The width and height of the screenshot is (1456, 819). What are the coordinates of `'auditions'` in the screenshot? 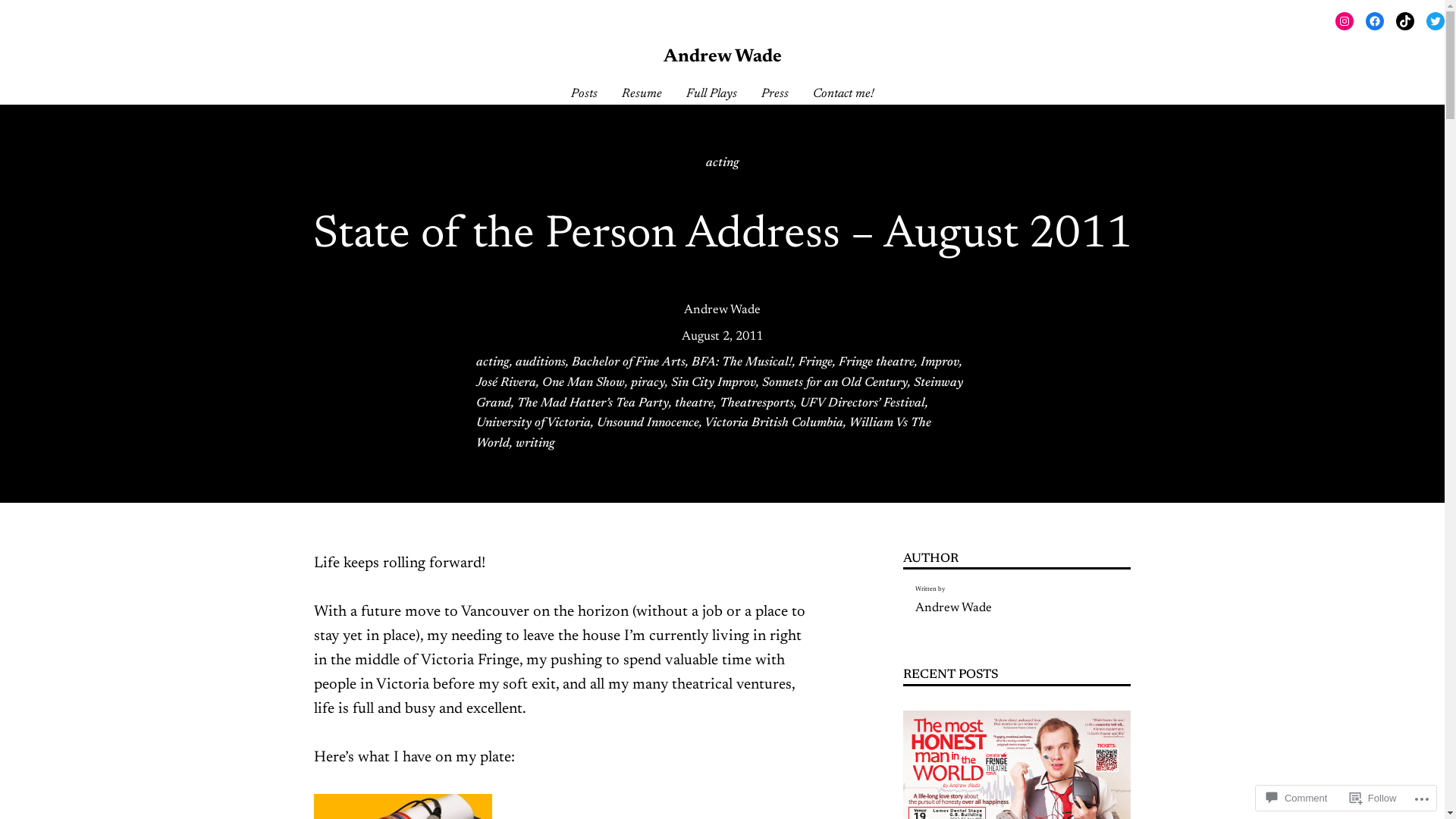 It's located at (541, 362).